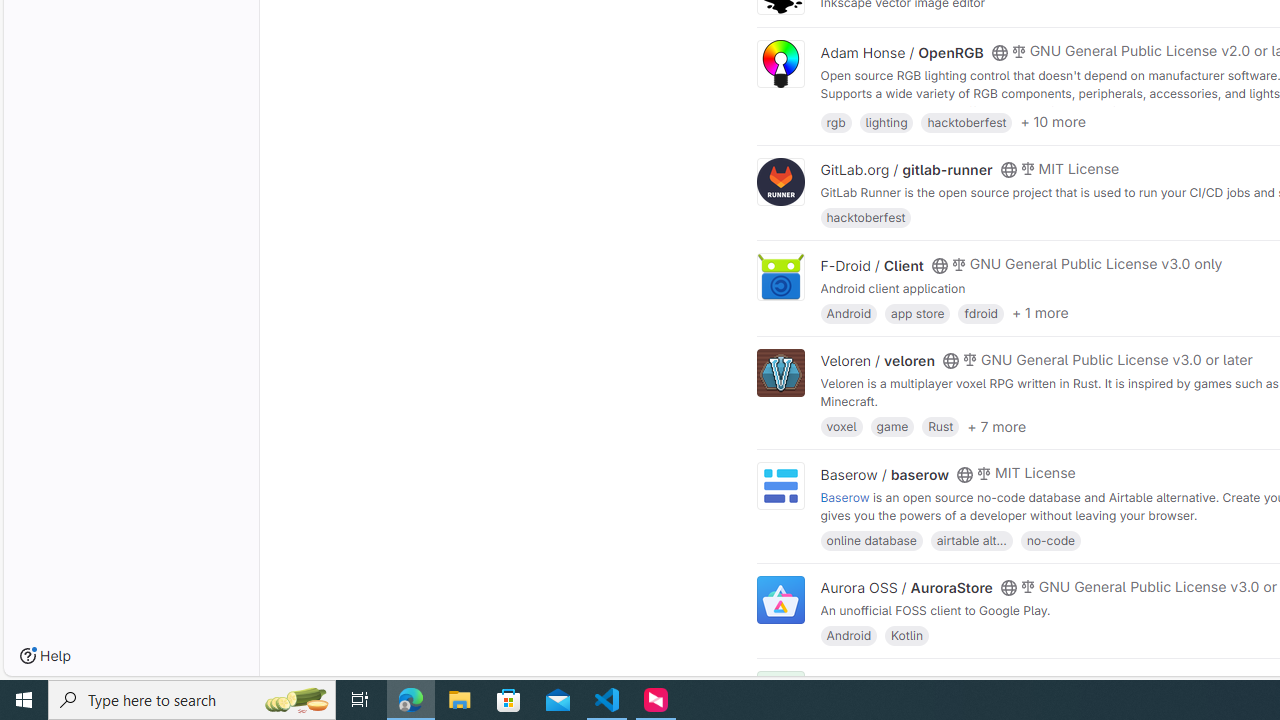 This screenshot has width=1280, height=720. Describe the element at coordinates (885, 121) in the screenshot. I see `'lighting'` at that location.